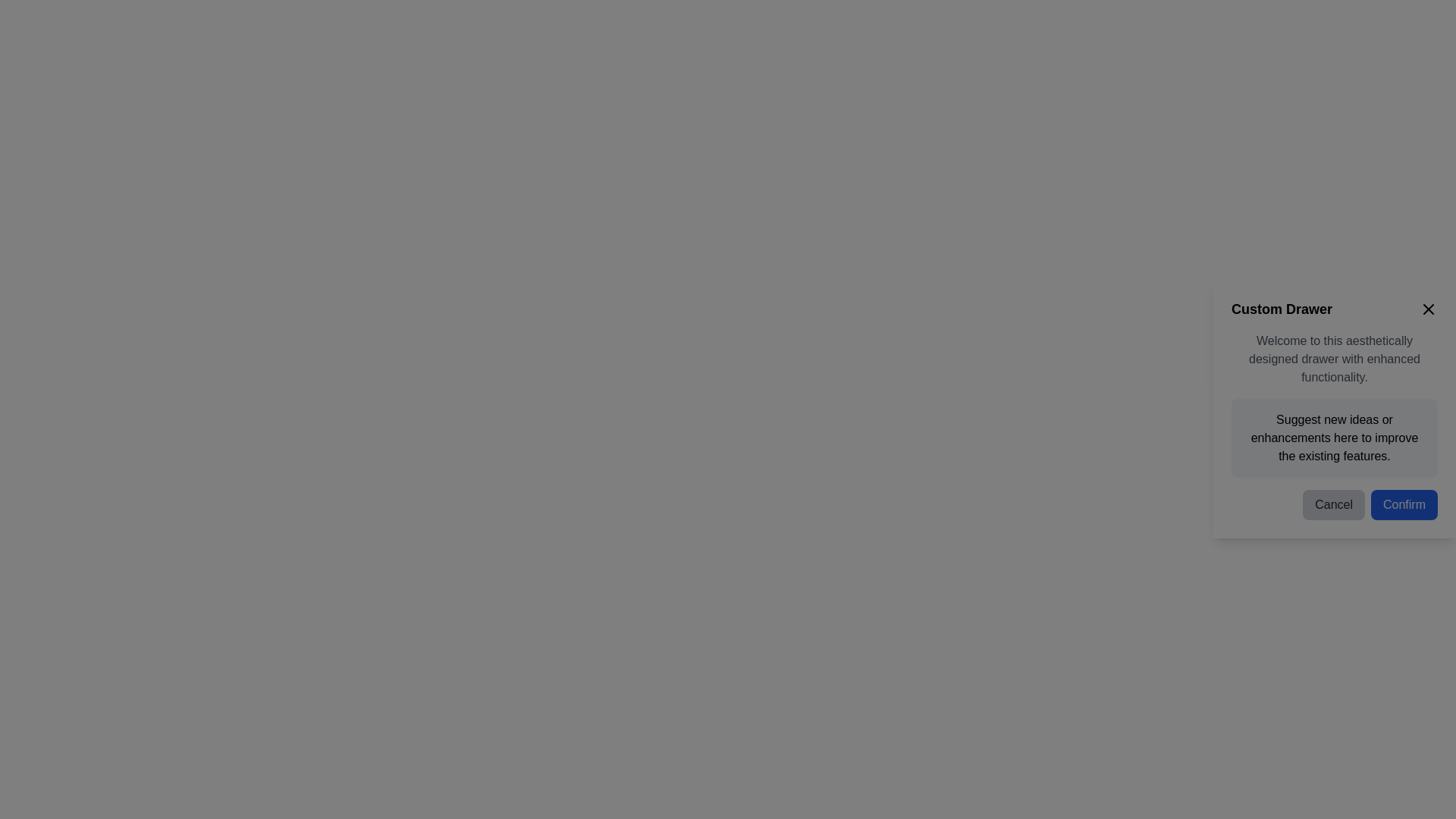  I want to click on the close icon located in the top-right corner of the 'Custom Drawer' modal, so click(1427, 309).